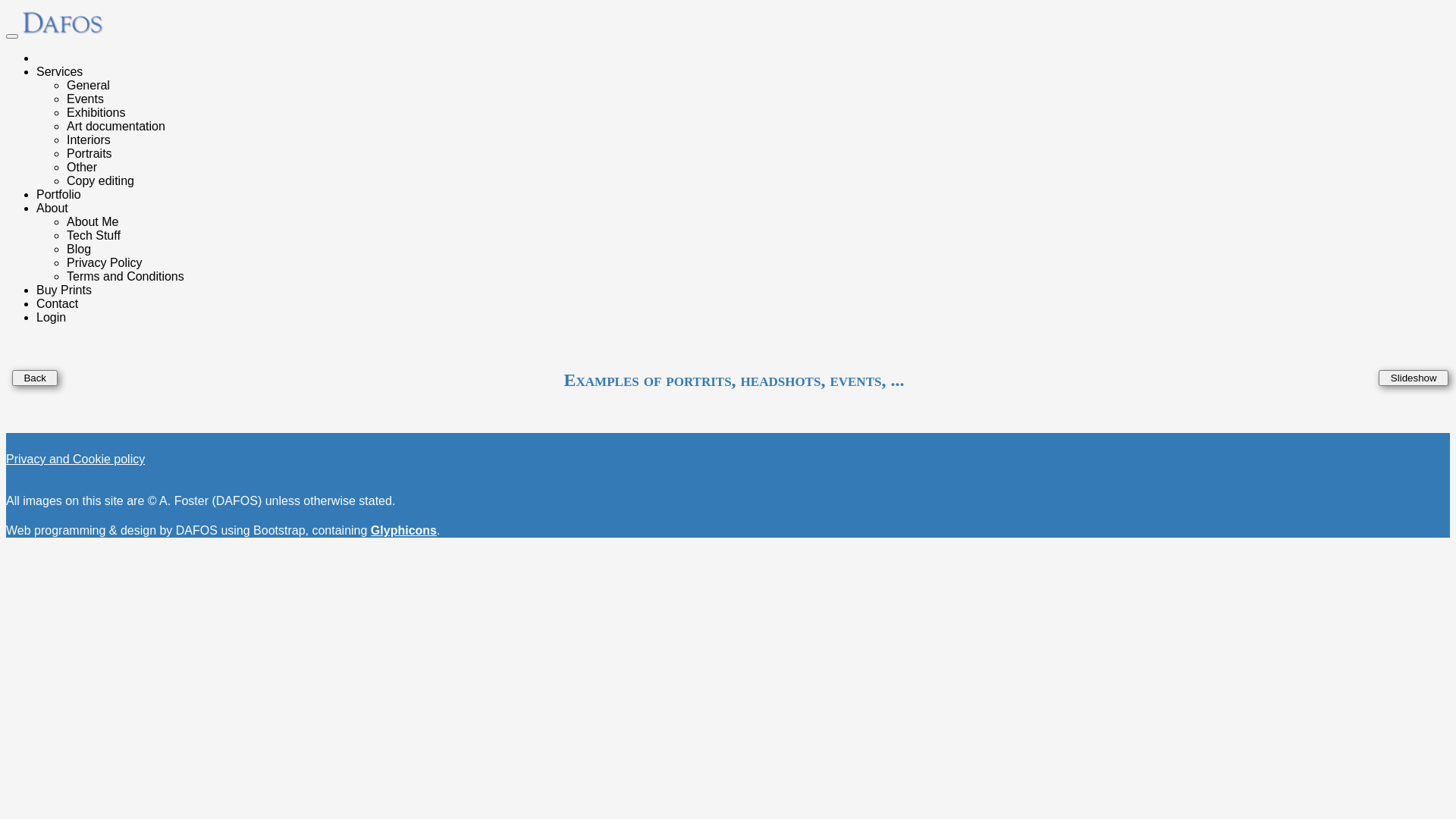 The height and width of the screenshot is (819, 1456). What do you see at coordinates (125, 276) in the screenshot?
I see `'Terms and Conditions'` at bounding box center [125, 276].